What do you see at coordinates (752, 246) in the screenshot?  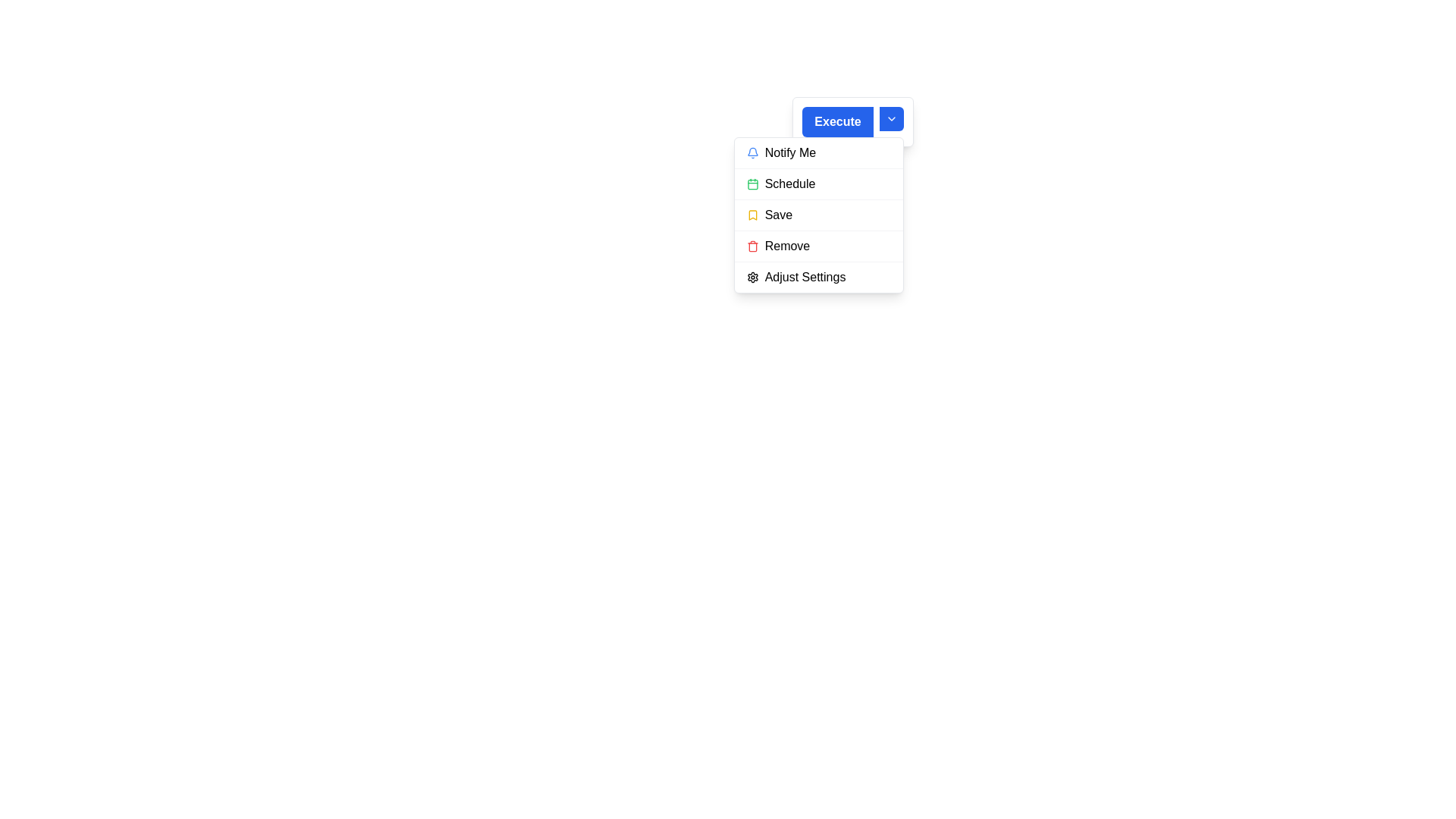 I see `the trash can icon in the dropdown menu, which signifies a 'Delete' or 'Remove' action` at bounding box center [752, 246].